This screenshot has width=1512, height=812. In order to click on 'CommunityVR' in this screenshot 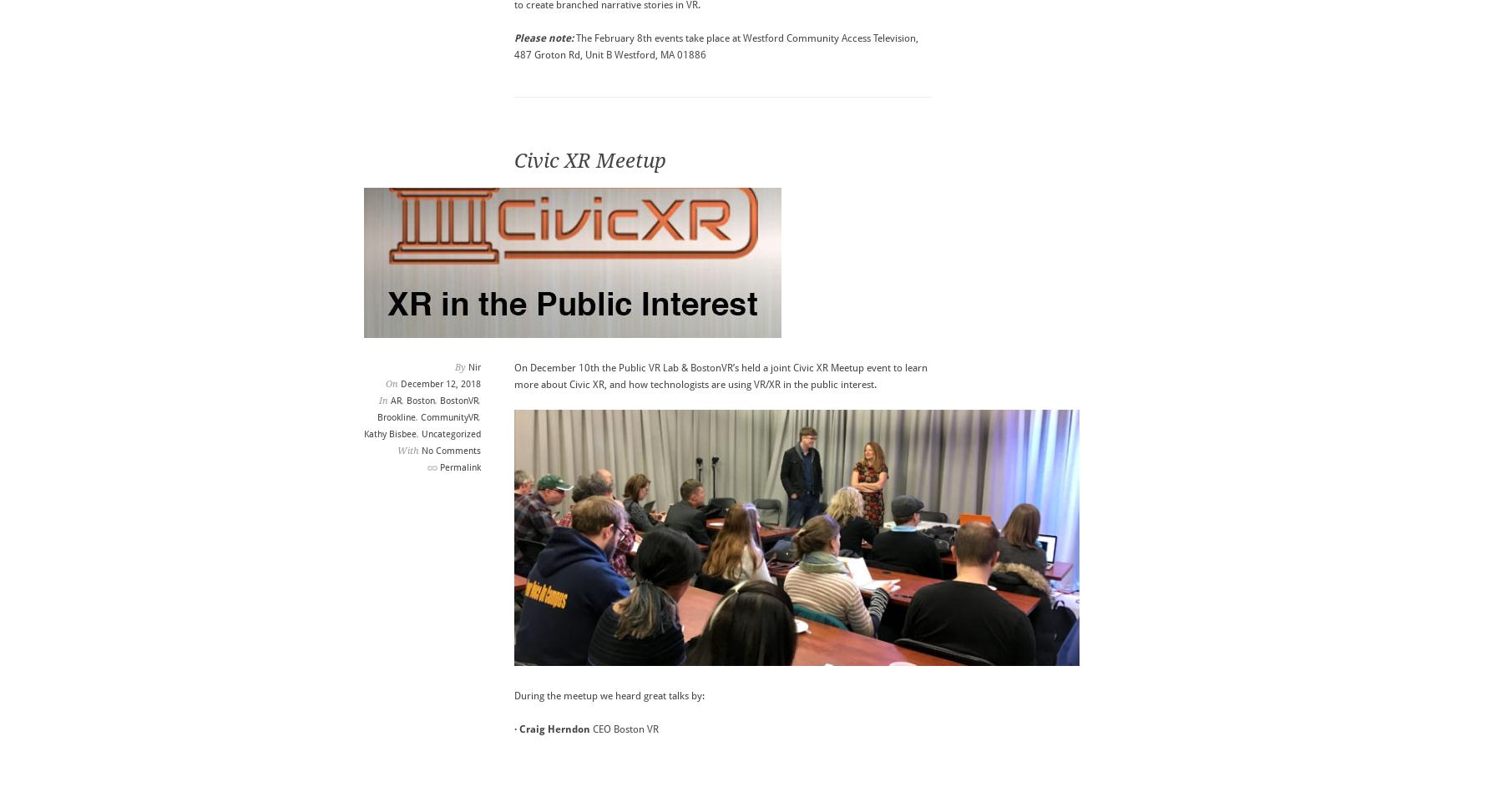, I will do `click(419, 416)`.